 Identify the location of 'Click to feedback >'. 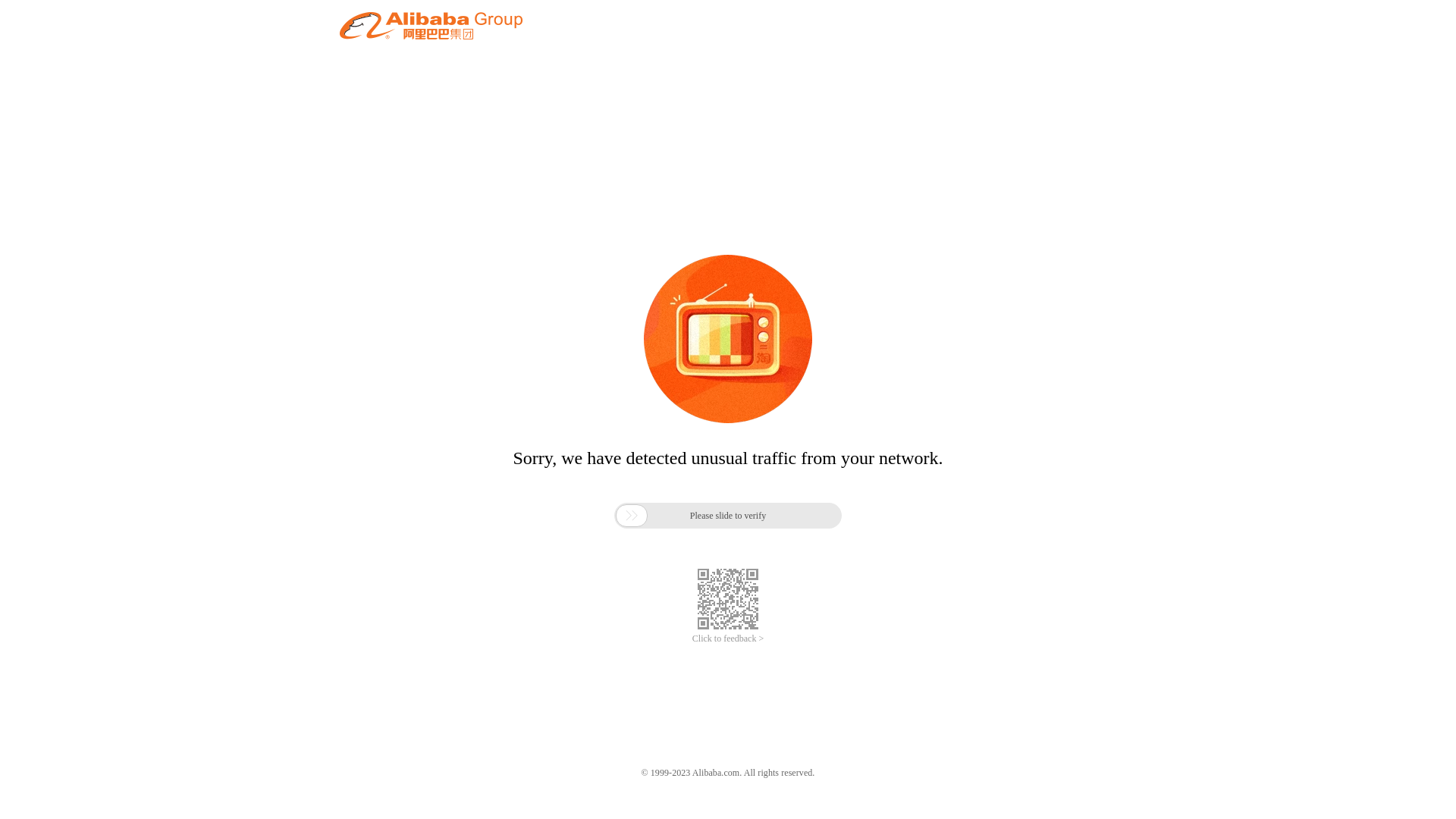
(728, 639).